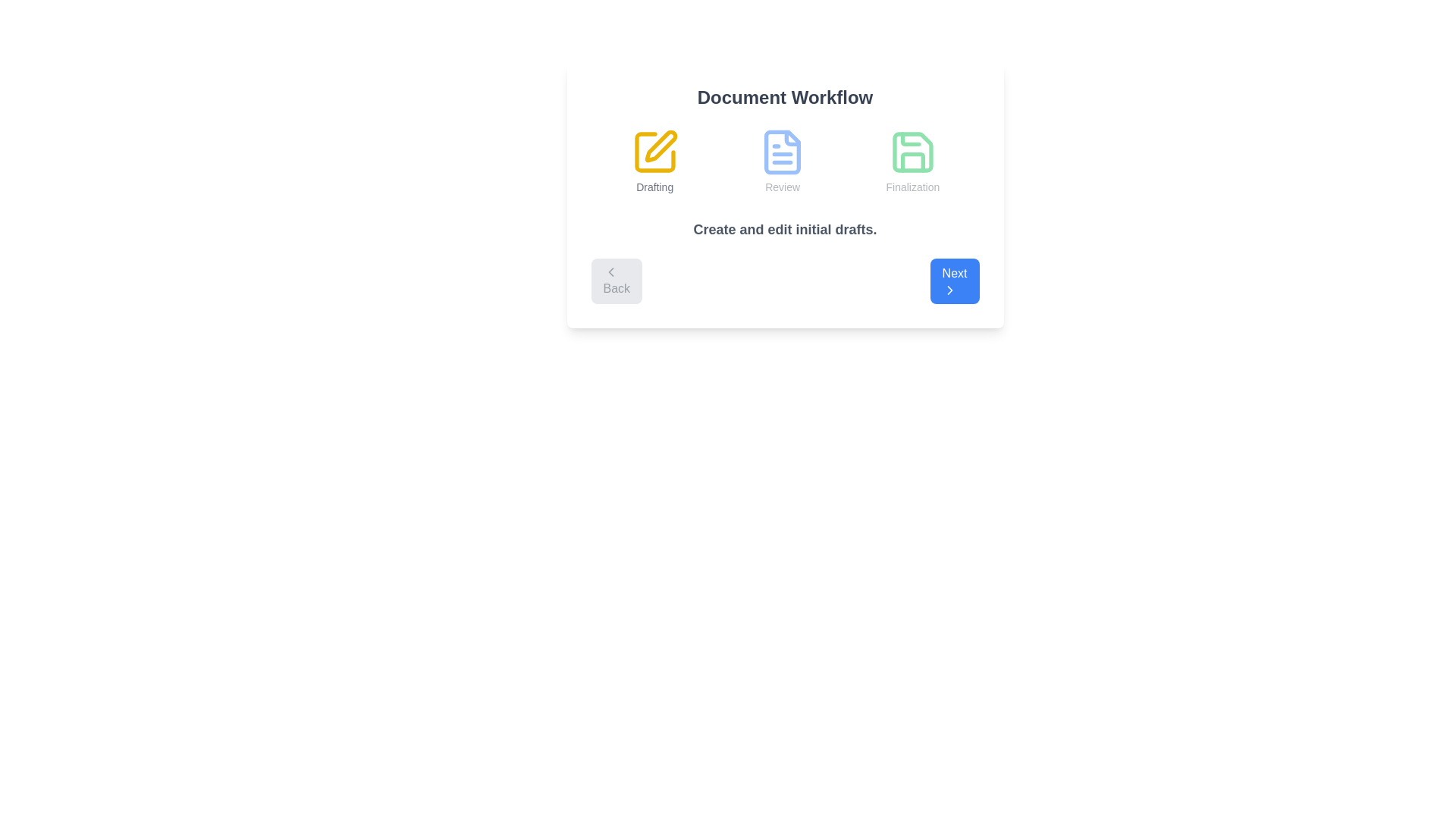 This screenshot has width=1456, height=819. I want to click on the chevron icon representing navigation direction located inside the 'Next' button at the bottom-right corner of the interface, so click(949, 290).